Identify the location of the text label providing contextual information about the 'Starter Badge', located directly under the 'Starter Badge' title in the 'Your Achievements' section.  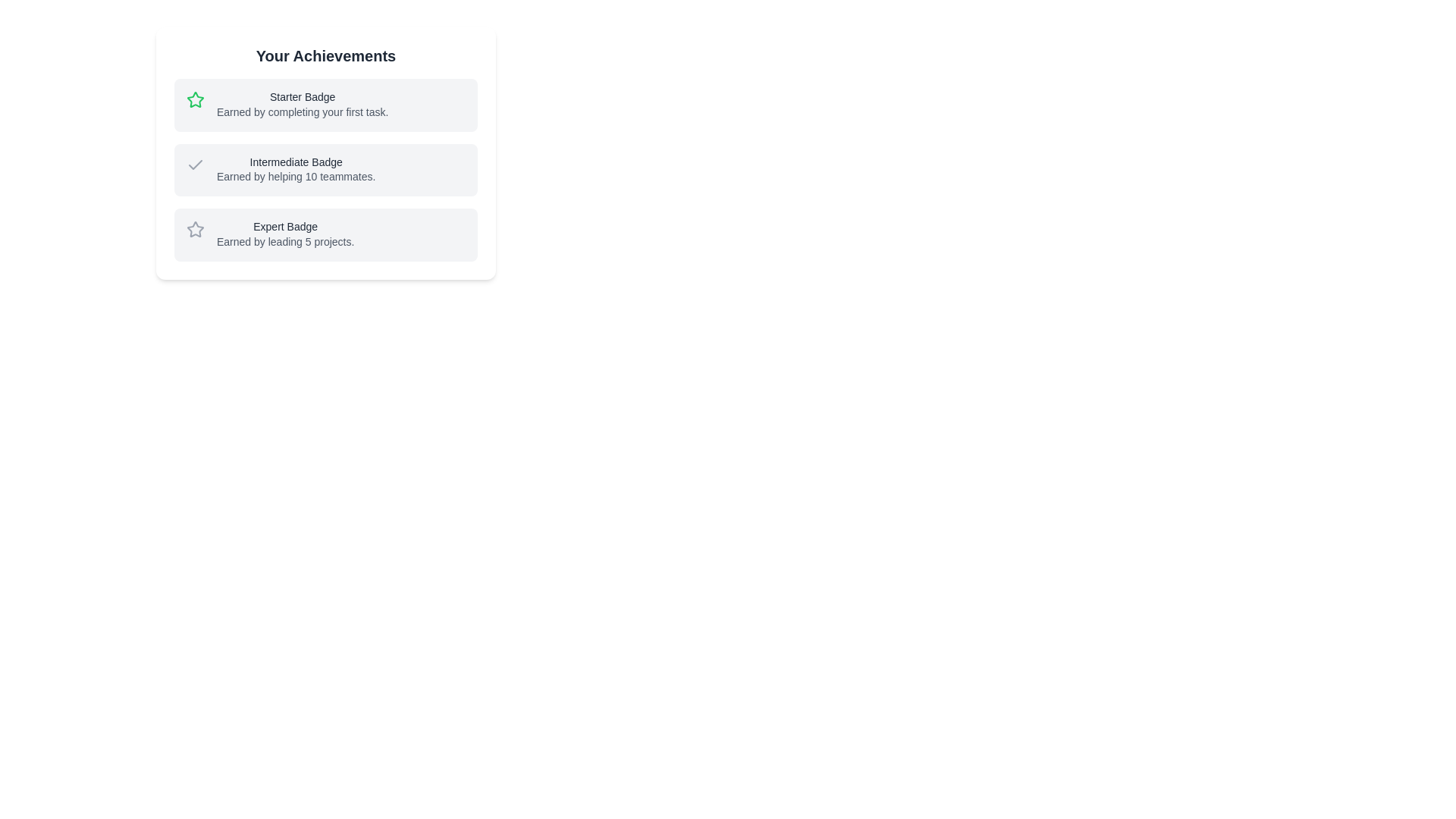
(303, 111).